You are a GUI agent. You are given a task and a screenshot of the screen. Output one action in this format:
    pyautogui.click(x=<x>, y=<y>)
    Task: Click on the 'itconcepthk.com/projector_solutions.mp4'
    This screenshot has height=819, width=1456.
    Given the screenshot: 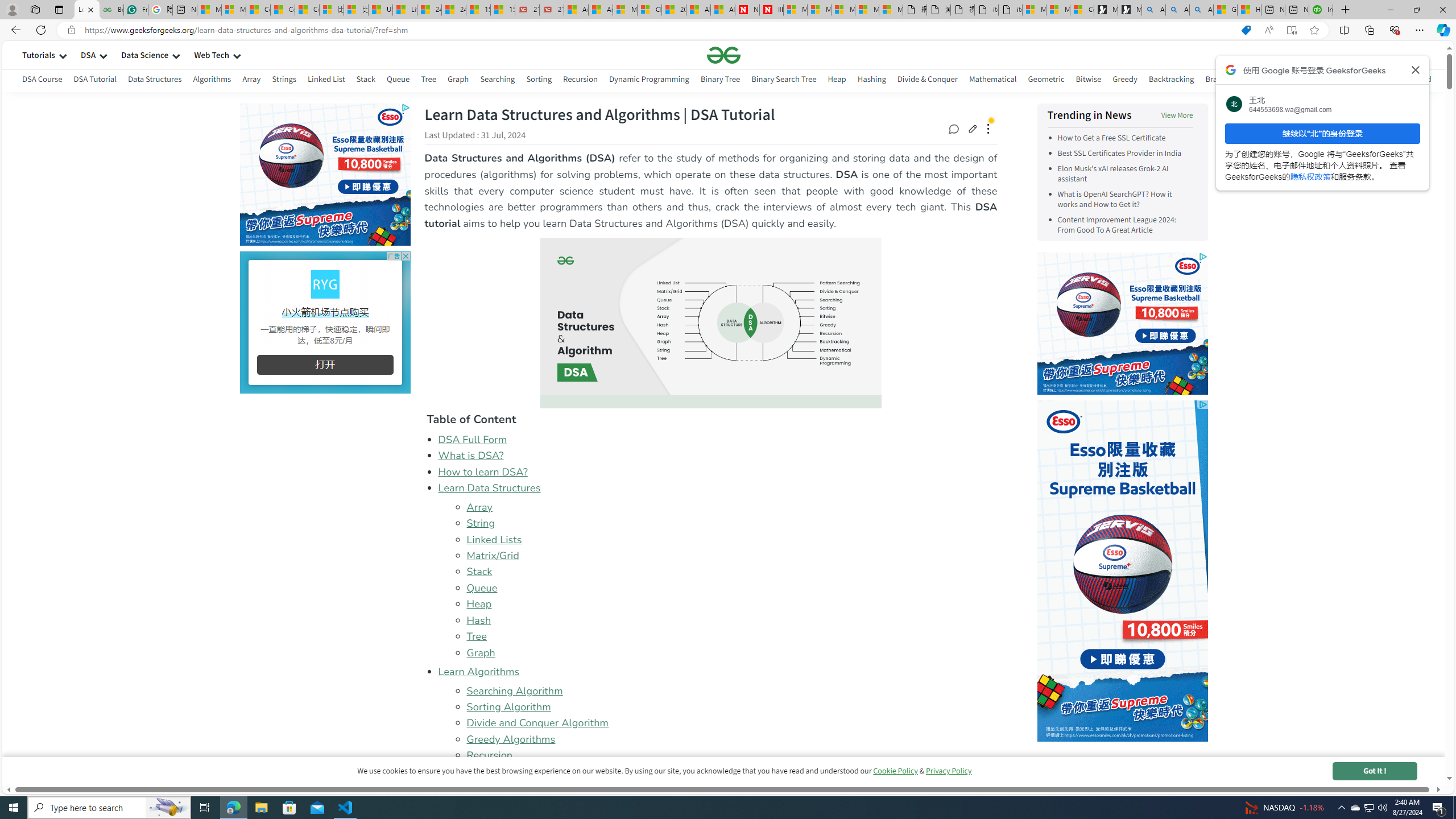 What is the action you would take?
    pyautogui.click(x=1009, y=9)
    